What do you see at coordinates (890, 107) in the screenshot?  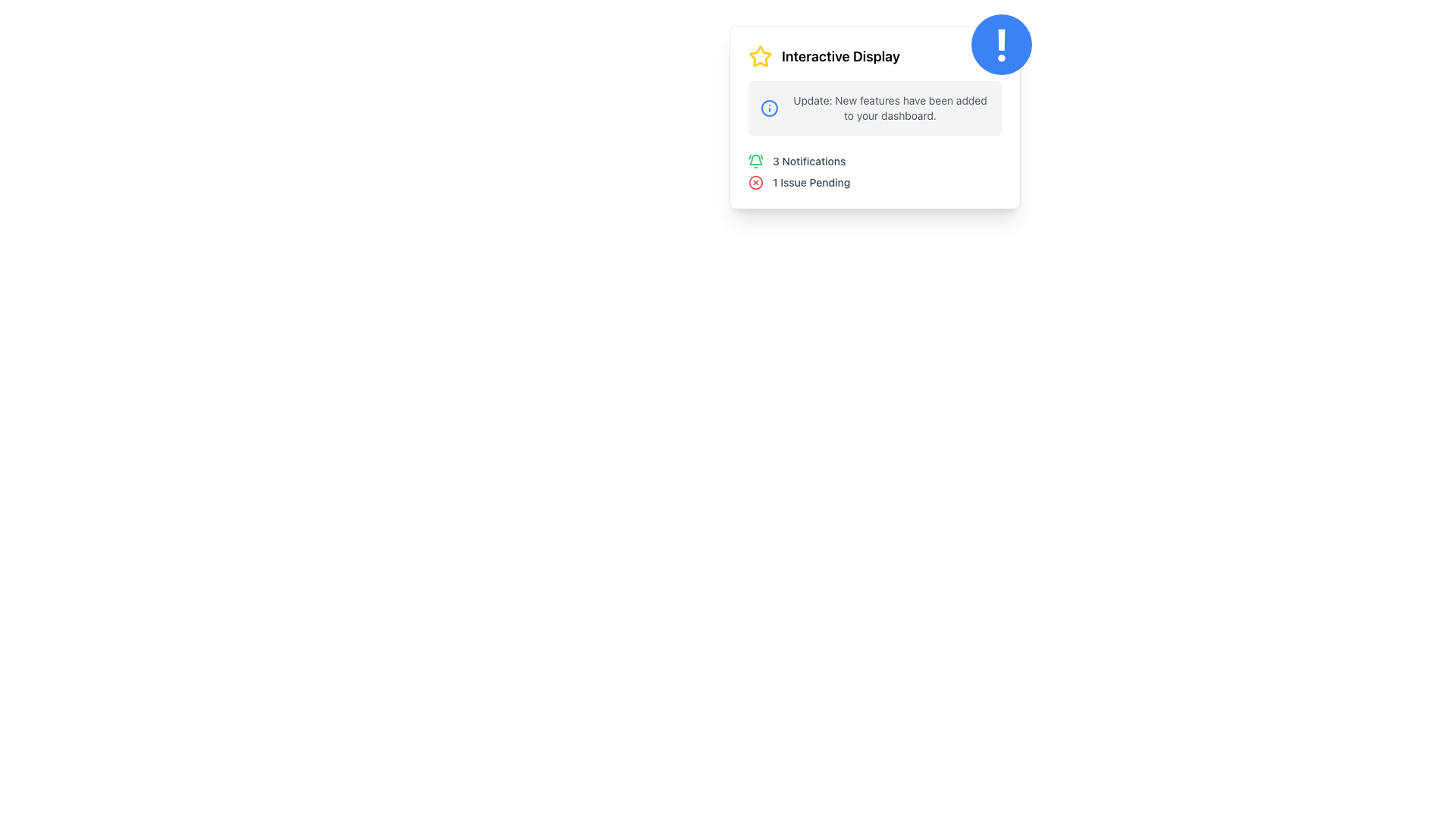 I see `the primary text displaying the message 'Update: New features have been added to your dashboard.' which is centrally positioned beneath an information icon` at bounding box center [890, 107].